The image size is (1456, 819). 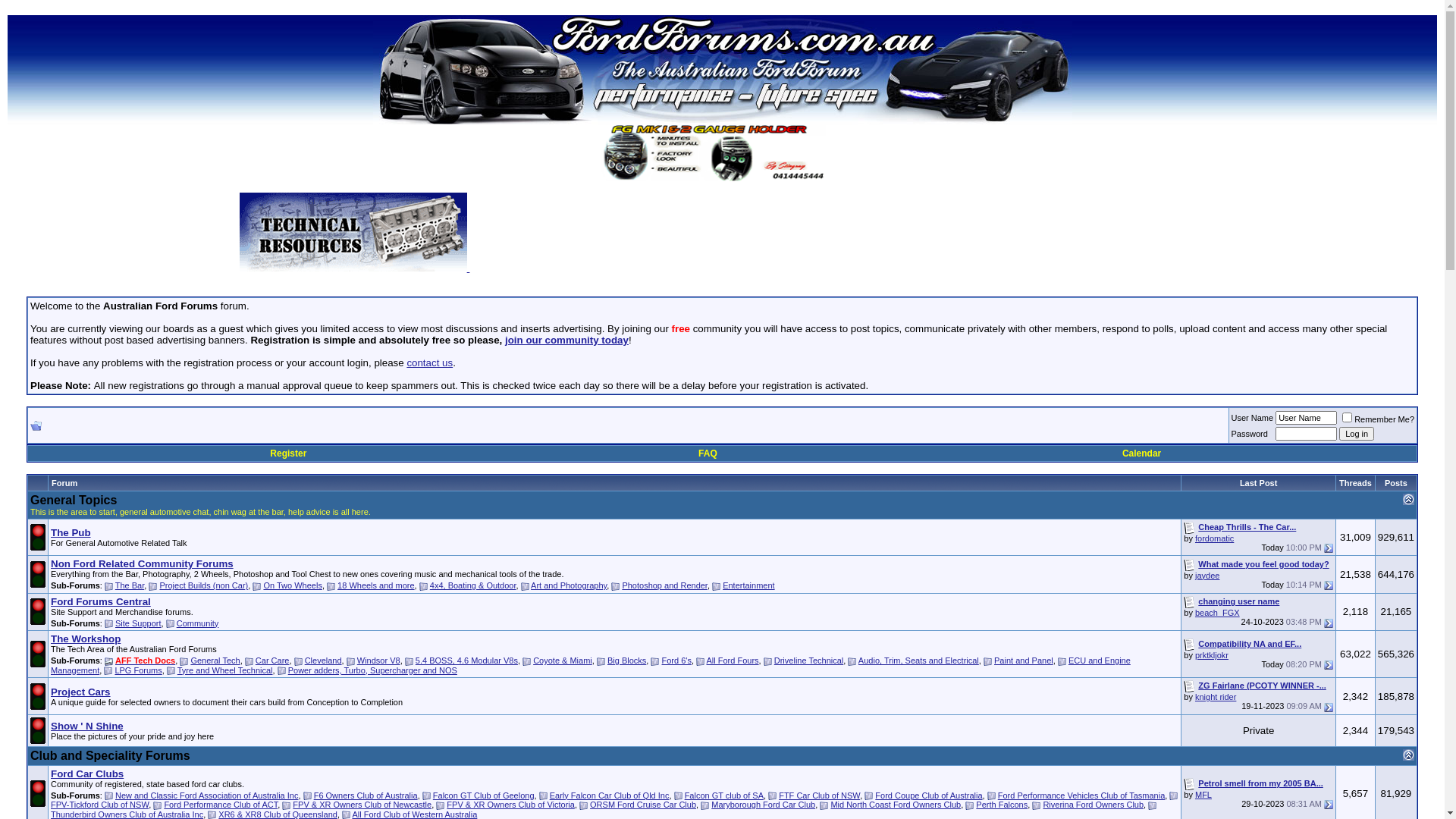 I want to click on 'Perth Falcons', so click(x=1001, y=803).